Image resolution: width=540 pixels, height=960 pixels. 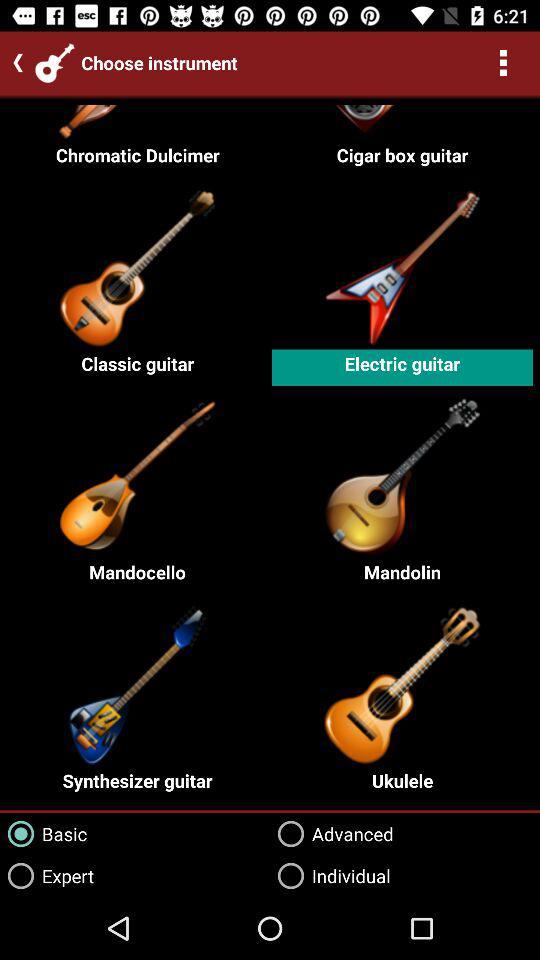 I want to click on the last image which is on right, so click(x=401, y=683).